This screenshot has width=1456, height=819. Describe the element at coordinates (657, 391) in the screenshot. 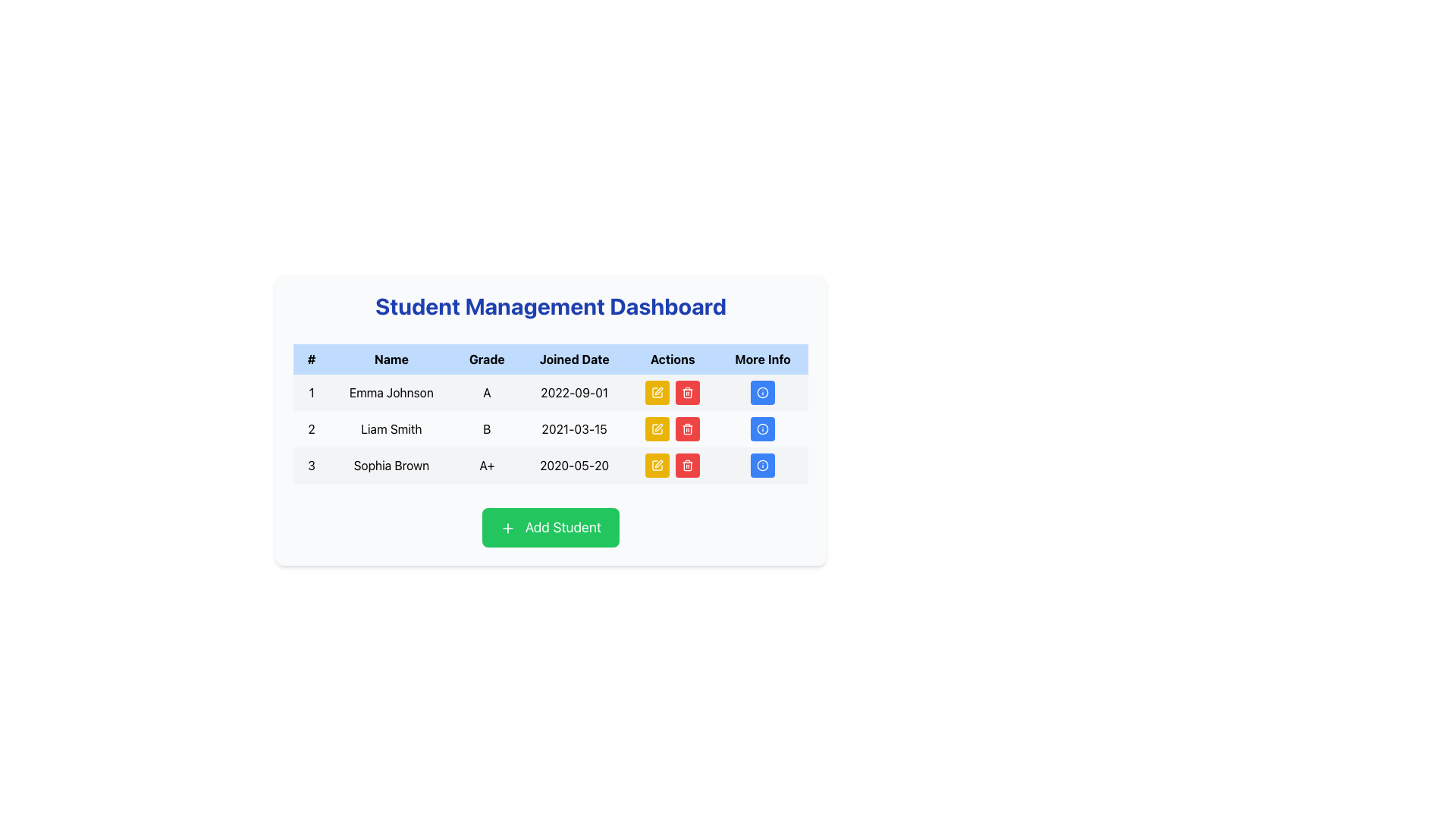

I see `the edit button in the 'Actions' column for the row corresponding to 'Emma Johnson'` at that location.